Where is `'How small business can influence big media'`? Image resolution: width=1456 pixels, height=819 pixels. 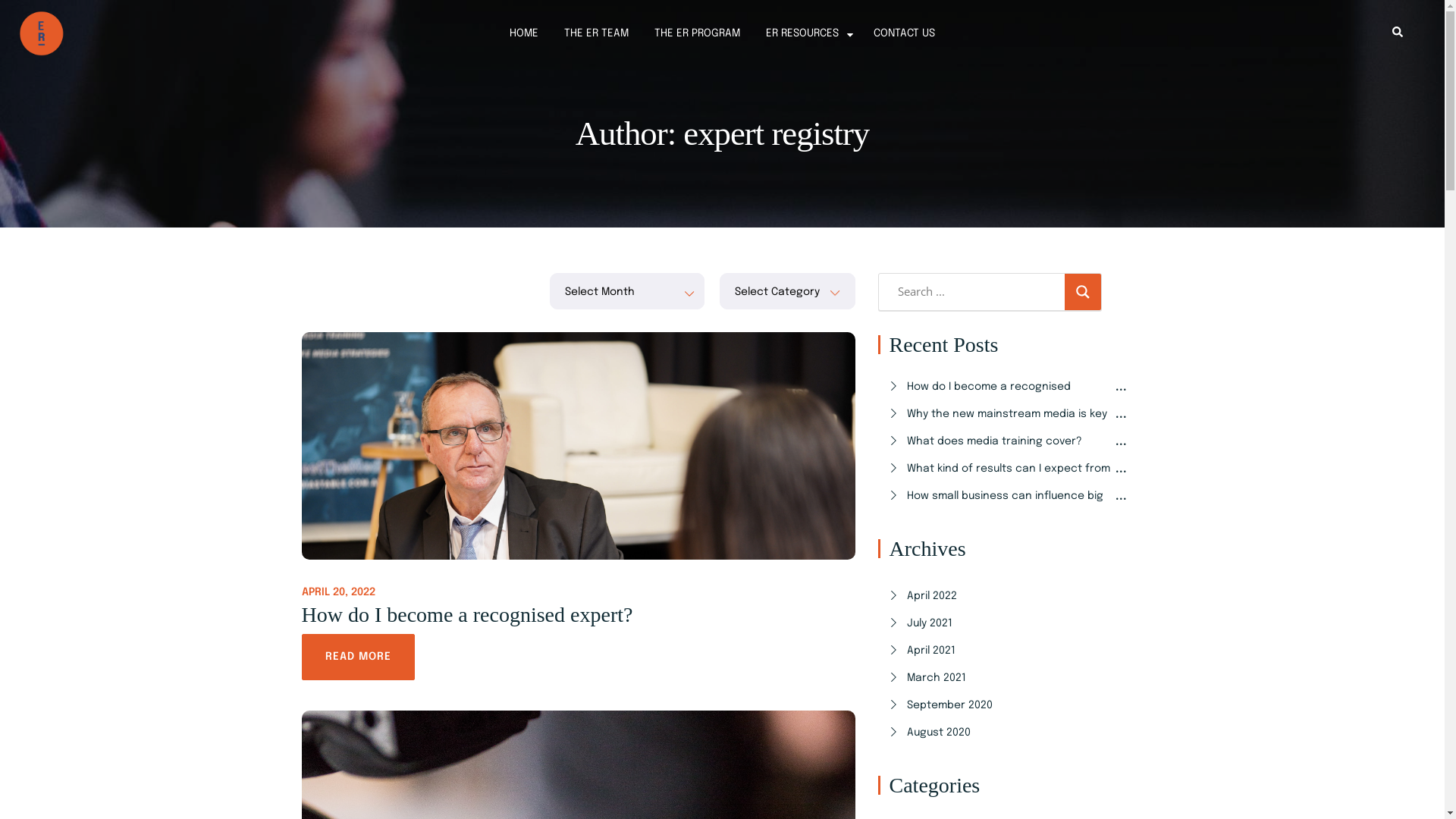 'How small business can influence big media' is located at coordinates (1009, 511).